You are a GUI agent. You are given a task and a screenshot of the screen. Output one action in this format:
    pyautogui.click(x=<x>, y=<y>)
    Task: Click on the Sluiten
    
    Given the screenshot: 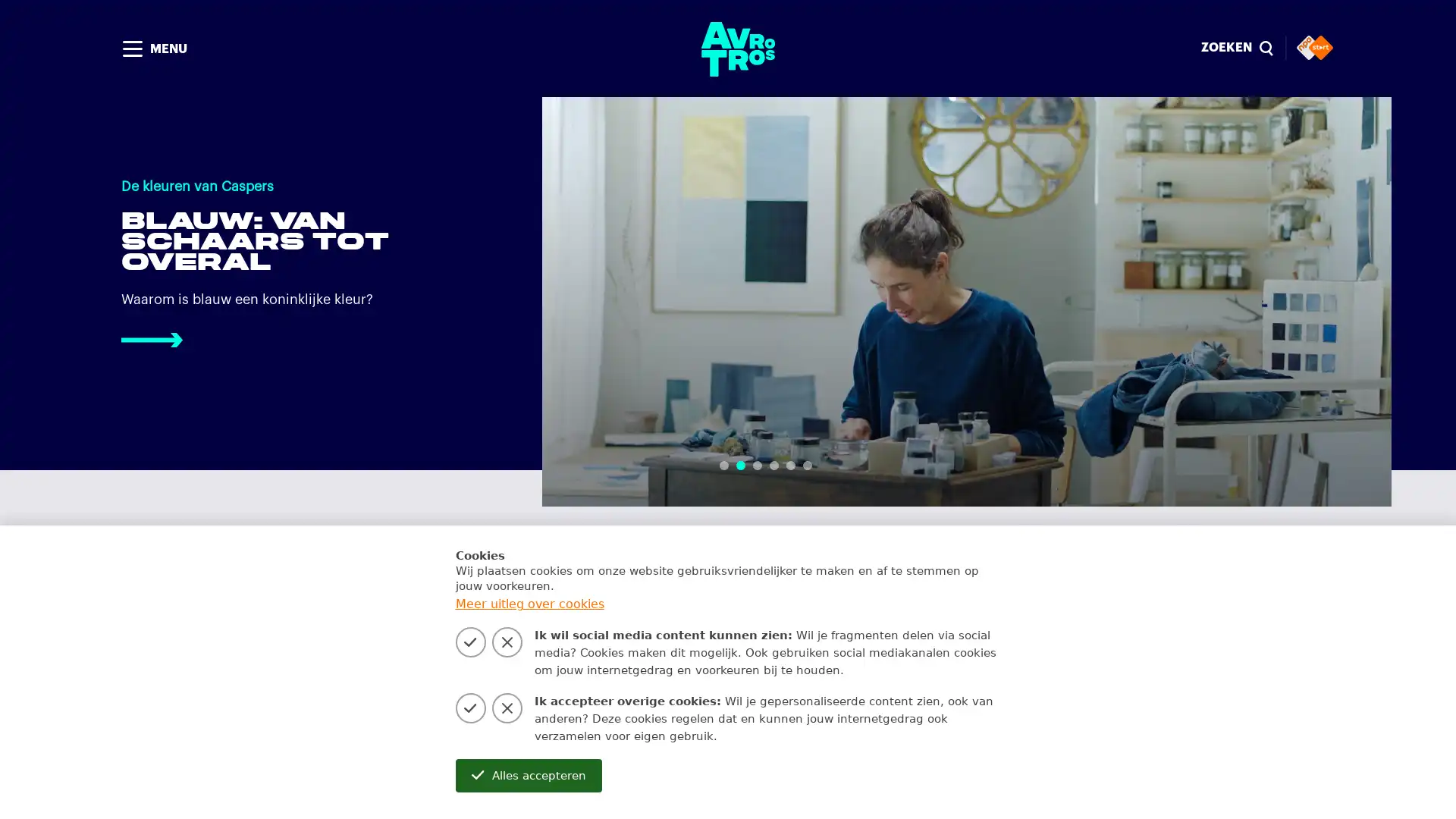 What is the action you would take?
    pyautogui.click(x=1266, y=49)
    